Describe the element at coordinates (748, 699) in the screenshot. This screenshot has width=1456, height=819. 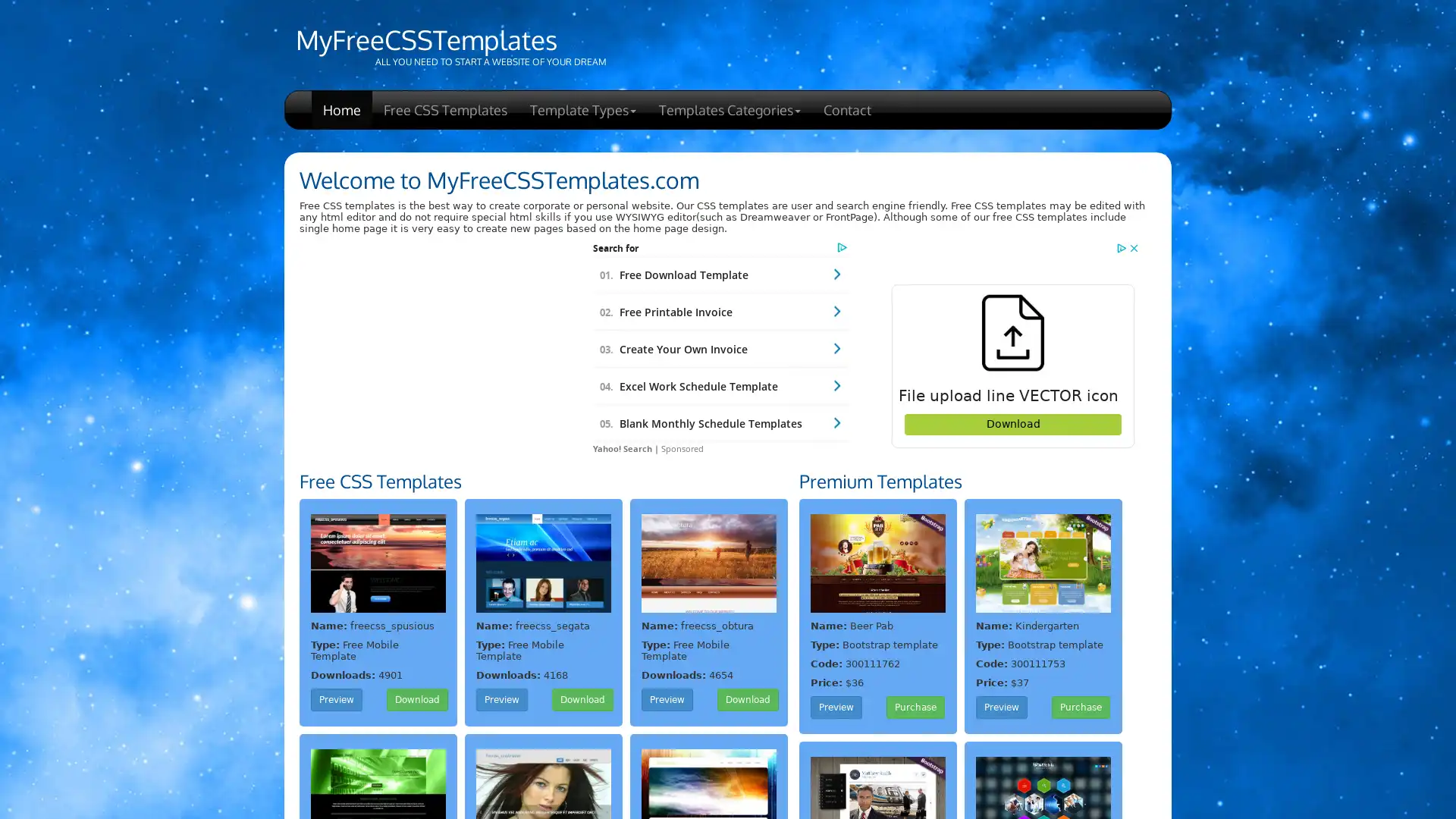
I see `Download` at that location.